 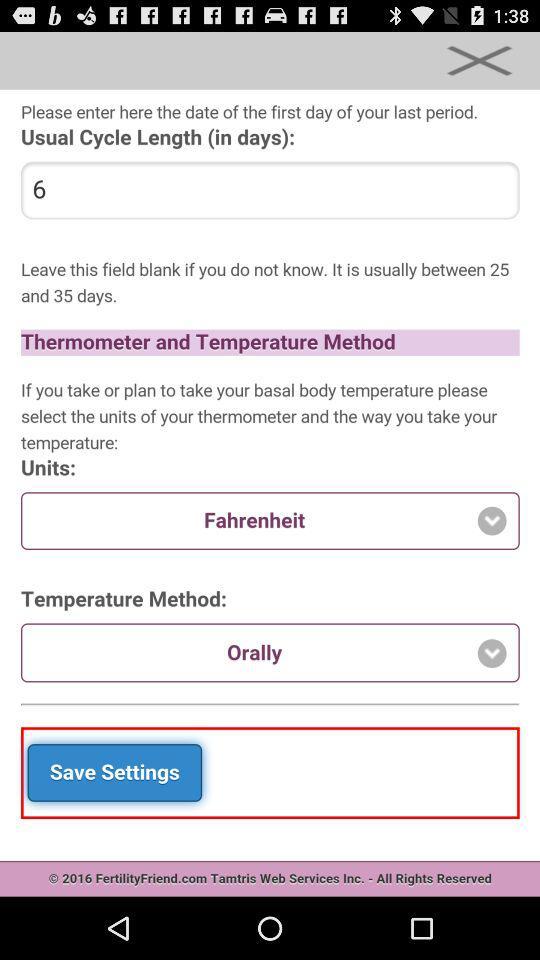 I want to click on main screen, so click(x=270, y=492).